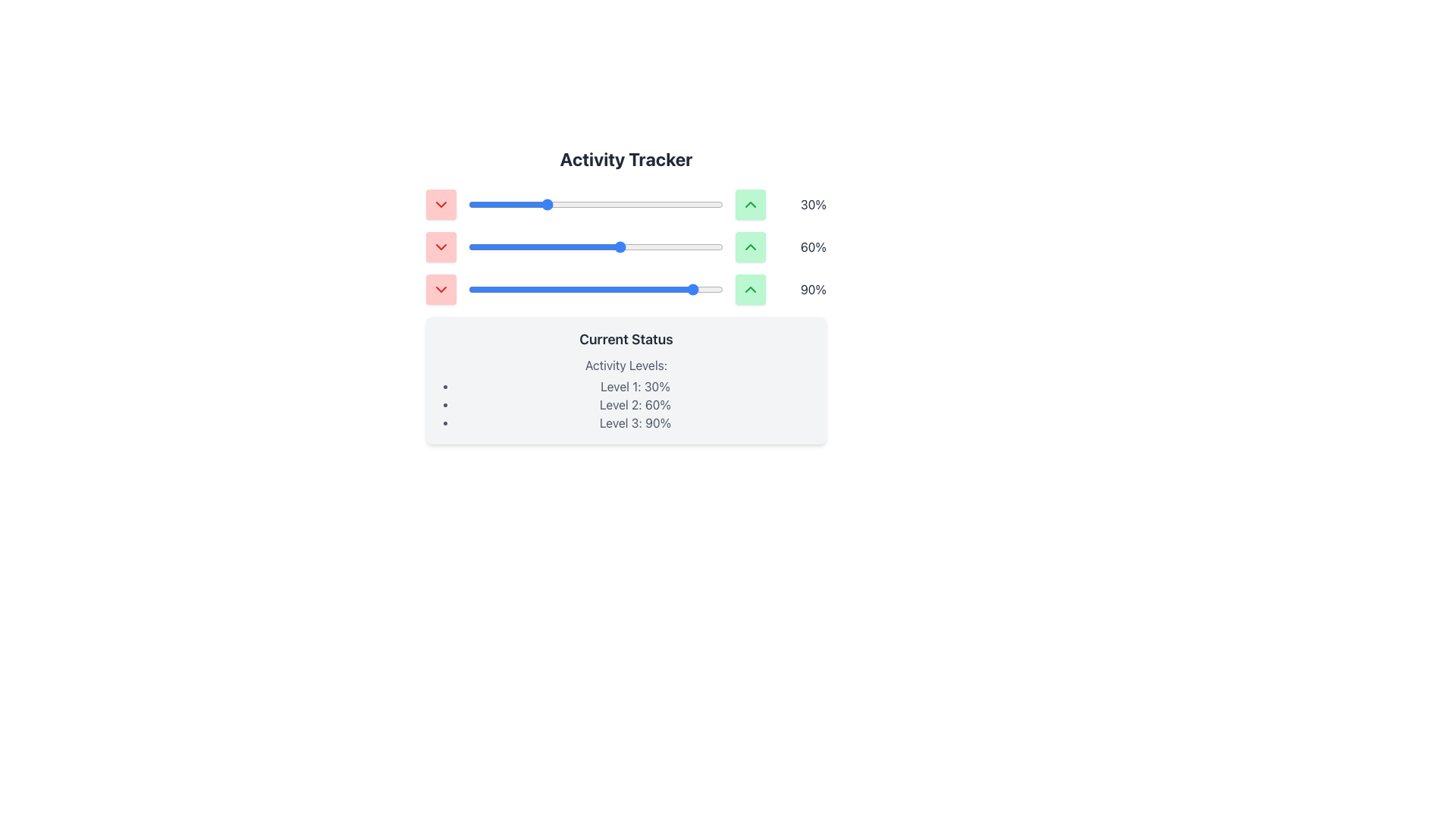 This screenshot has width=1456, height=819. Describe the element at coordinates (684, 205) in the screenshot. I see `slider` at that location.